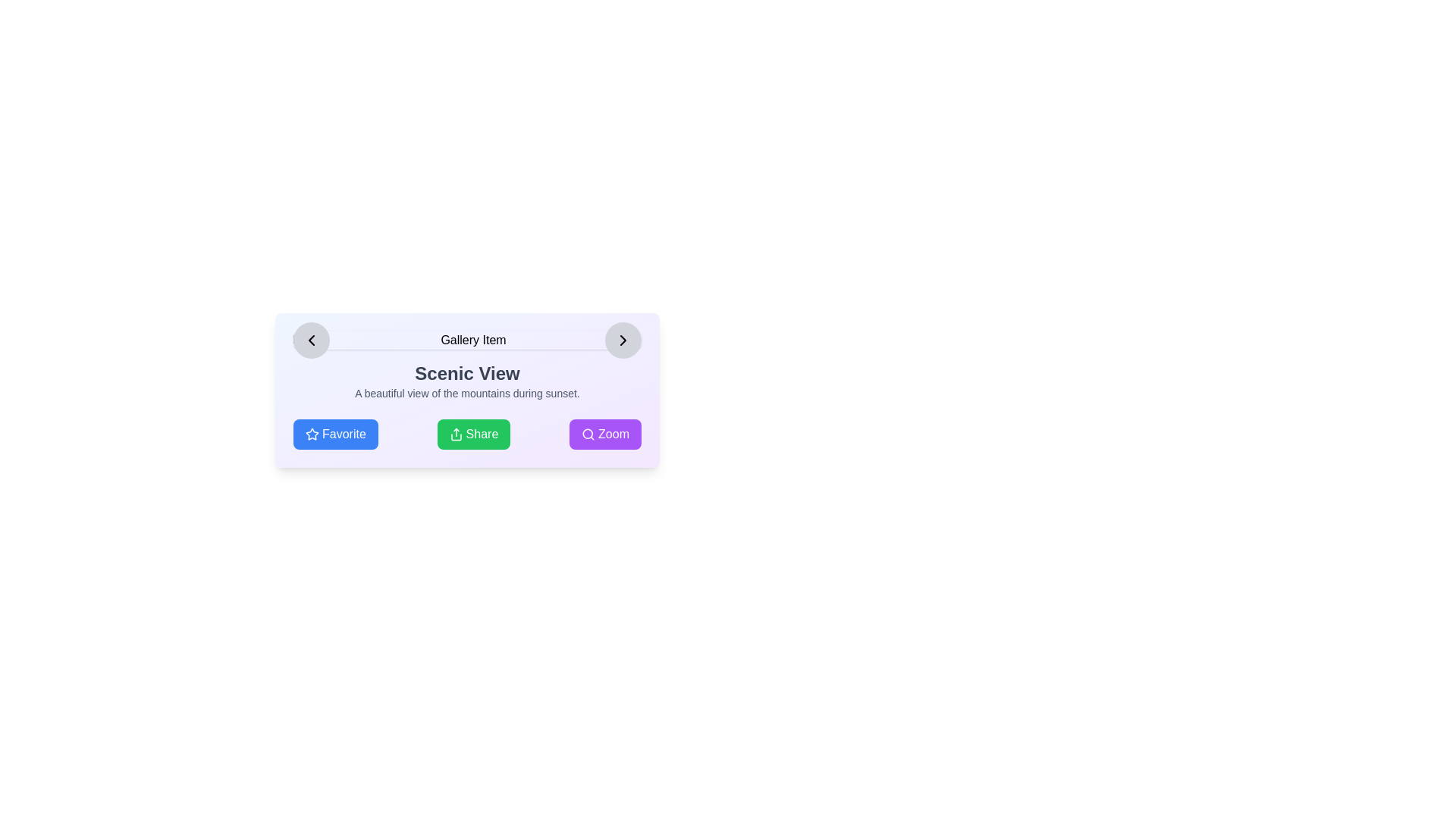  Describe the element at coordinates (472, 435) in the screenshot. I see `the share button located between the 'Favorite' button and the 'Zoom' button` at that location.